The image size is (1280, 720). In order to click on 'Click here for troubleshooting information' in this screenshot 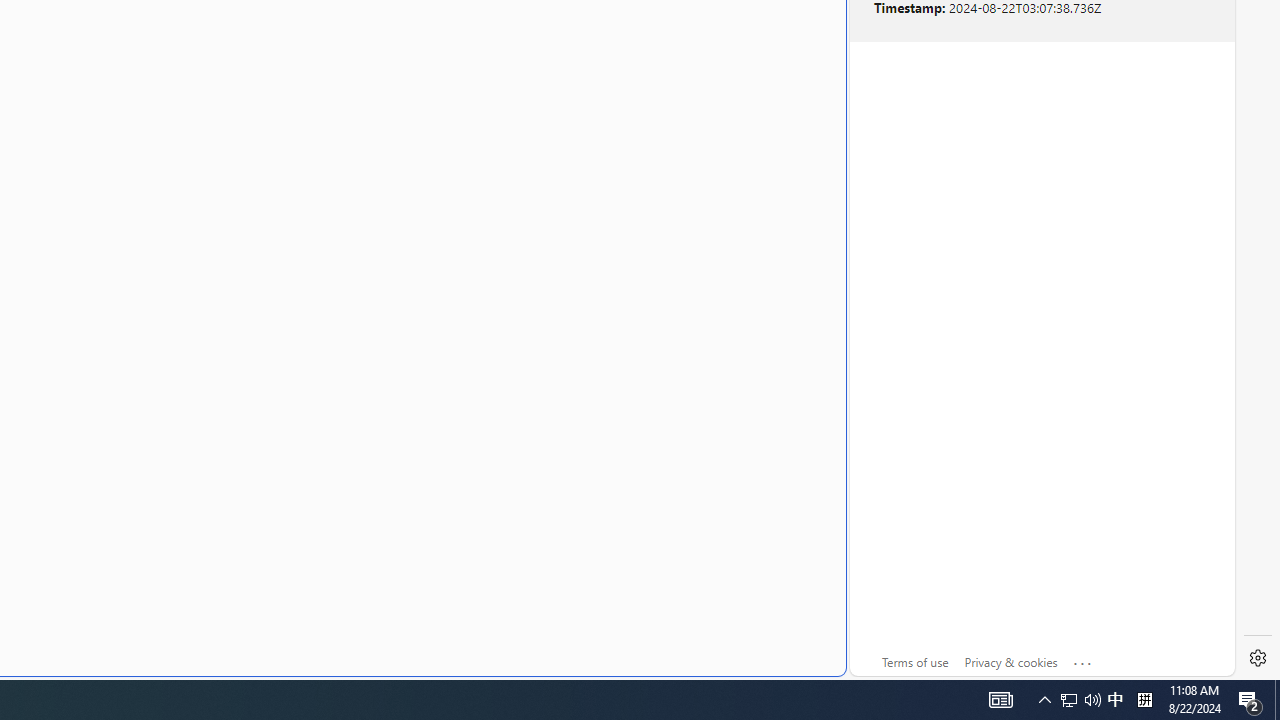, I will do `click(1082, 659)`.